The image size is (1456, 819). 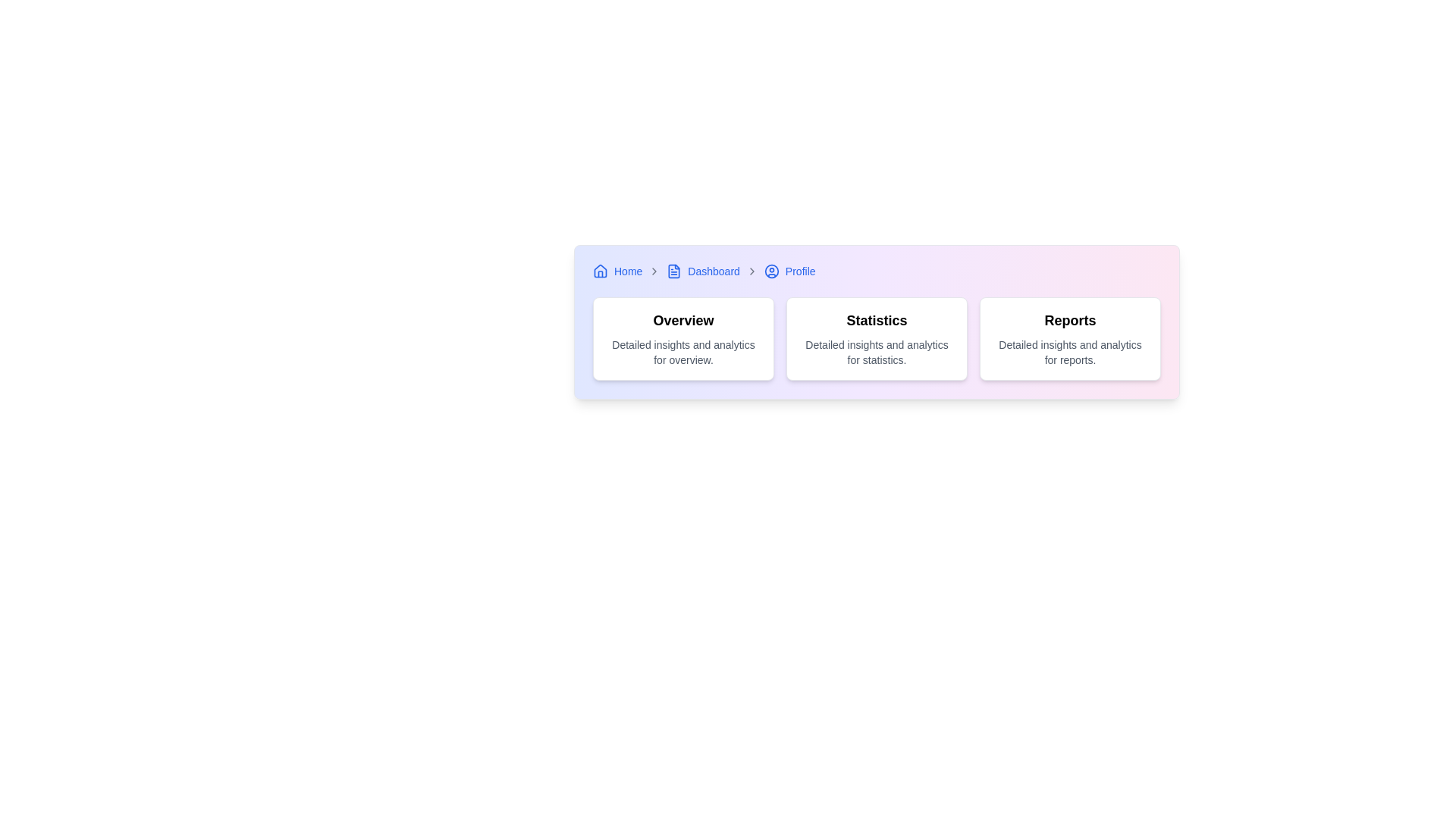 I want to click on the 'Home' text link, which is styled in blue and underlined on hover, located in the top-left corner of the navigation area, so click(x=628, y=271).